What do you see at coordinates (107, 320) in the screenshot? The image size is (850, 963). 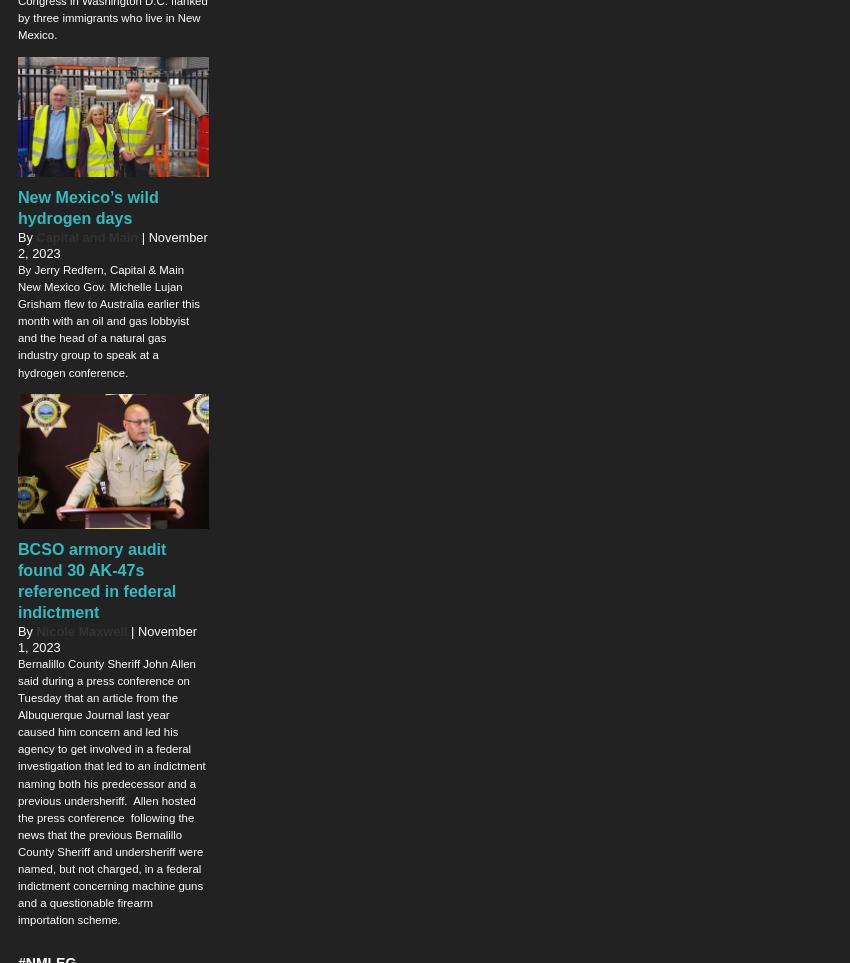 I see `'By Jerry Redfern, Capital & Main  New Mexico Gov. Michelle Lujan Grisham flew to Australia earlier this month with an oil and gas lobbyist and the head of a natural gas industry group to speak at a hydrogen conference.'` at bounding box center [107, 320].